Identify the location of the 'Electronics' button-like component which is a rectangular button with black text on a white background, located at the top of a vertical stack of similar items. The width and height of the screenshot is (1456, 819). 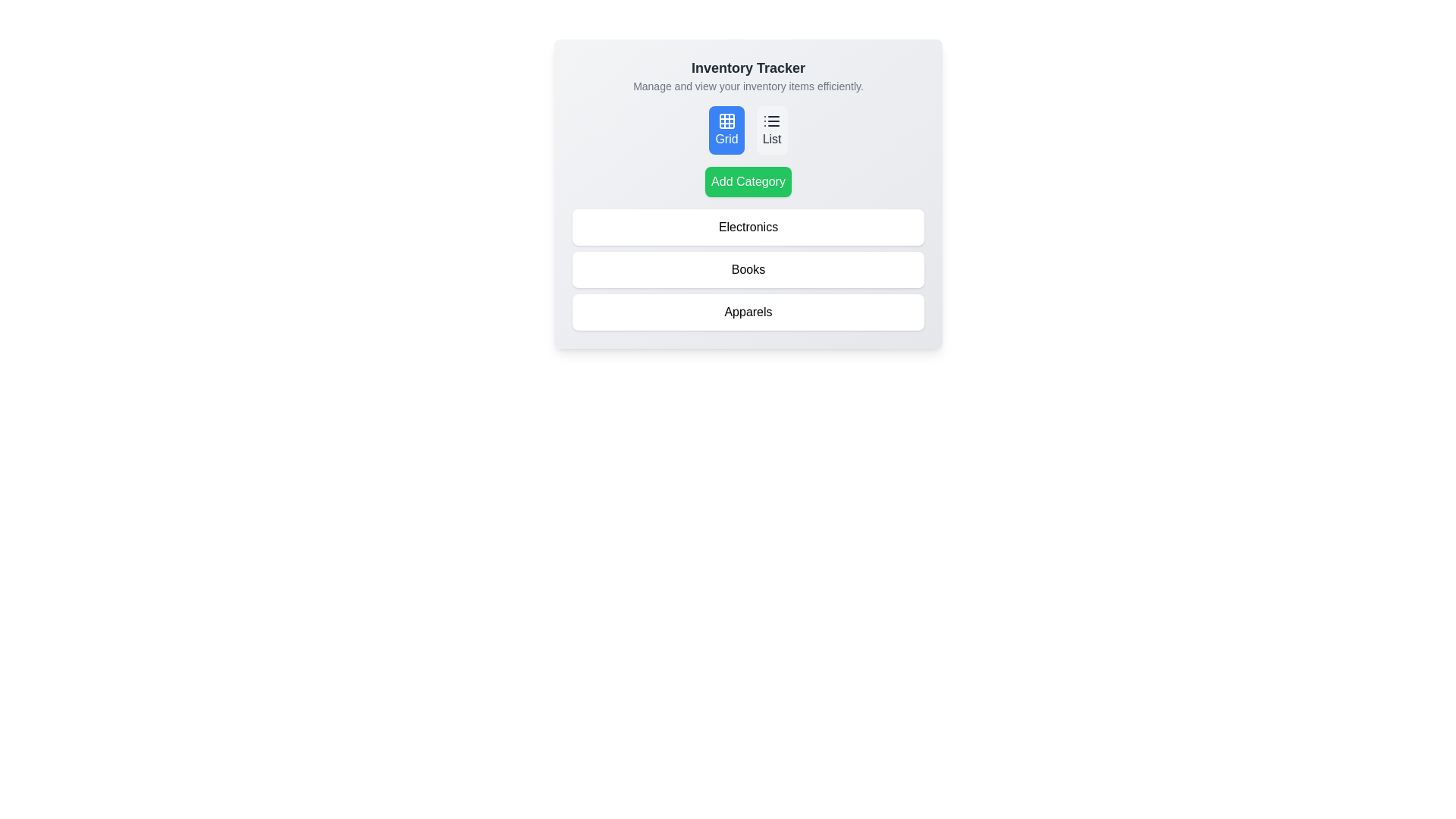
(748, 227).